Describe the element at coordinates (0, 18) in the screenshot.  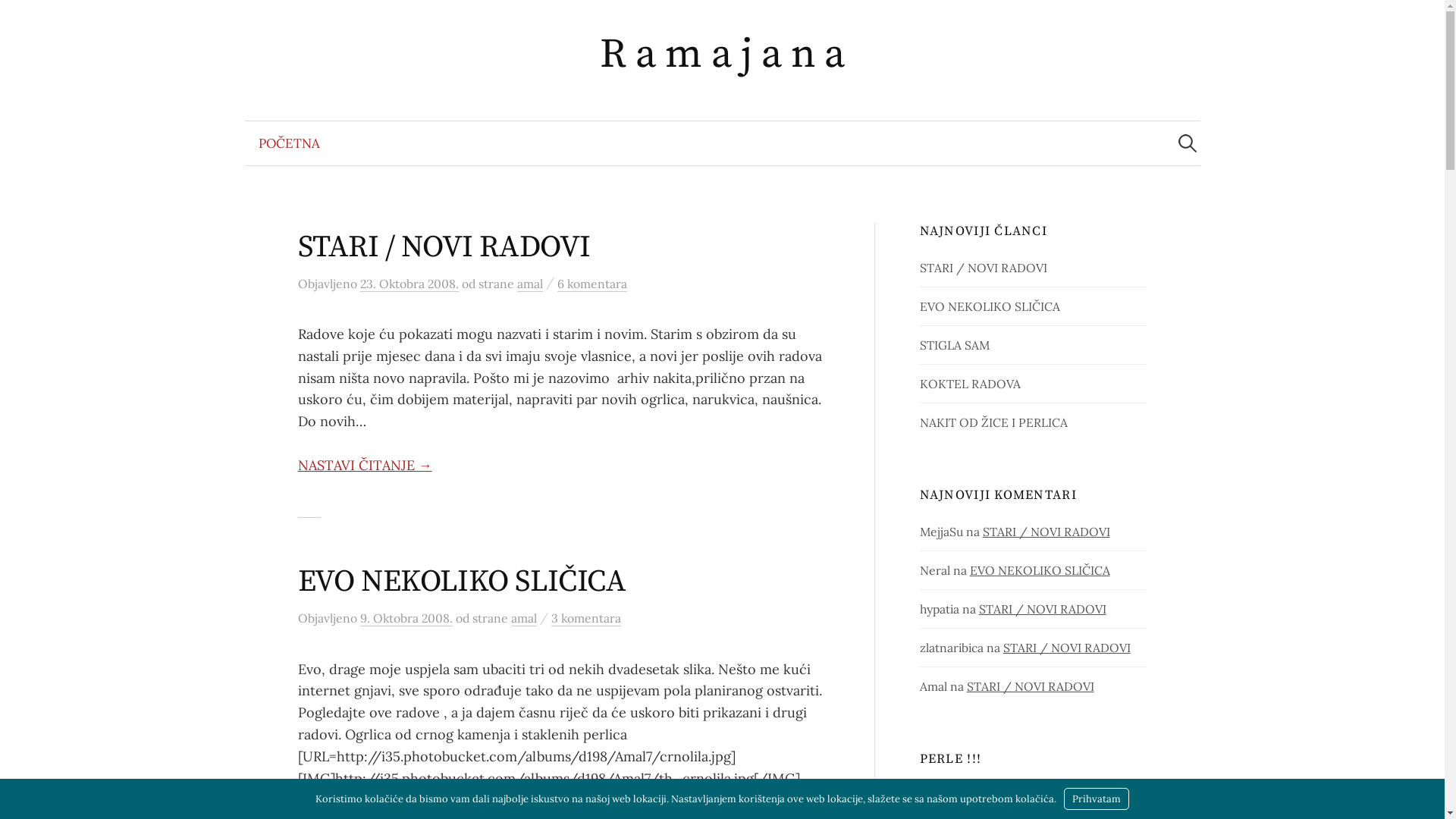
I see `'Pretraga'` at that location.